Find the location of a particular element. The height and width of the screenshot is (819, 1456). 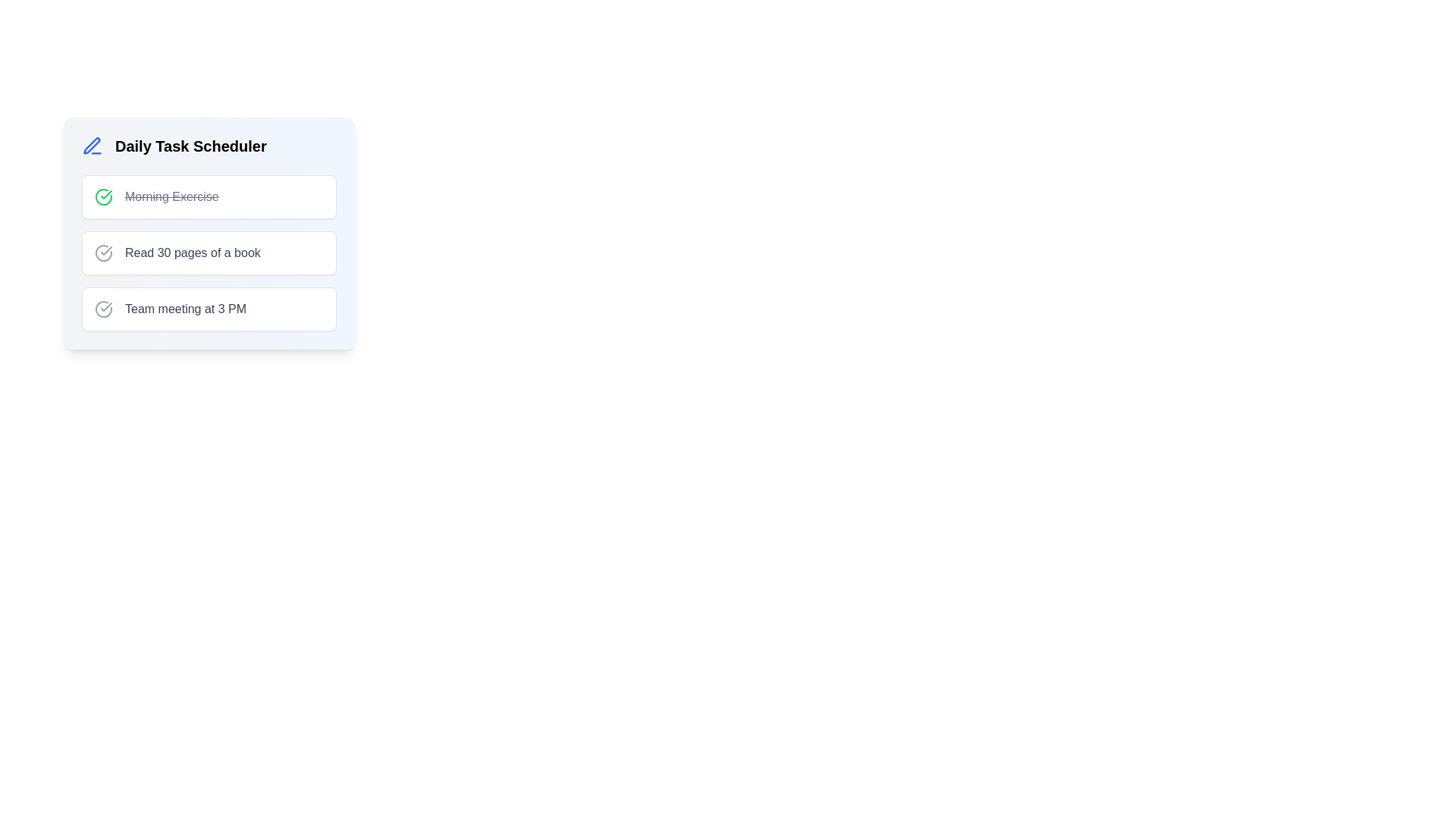

the static text element displaying 'Team meeting at 3 PM', which is styled in gray and is part of the last item in a vertical list of task items is located at coordinates (184, 309).